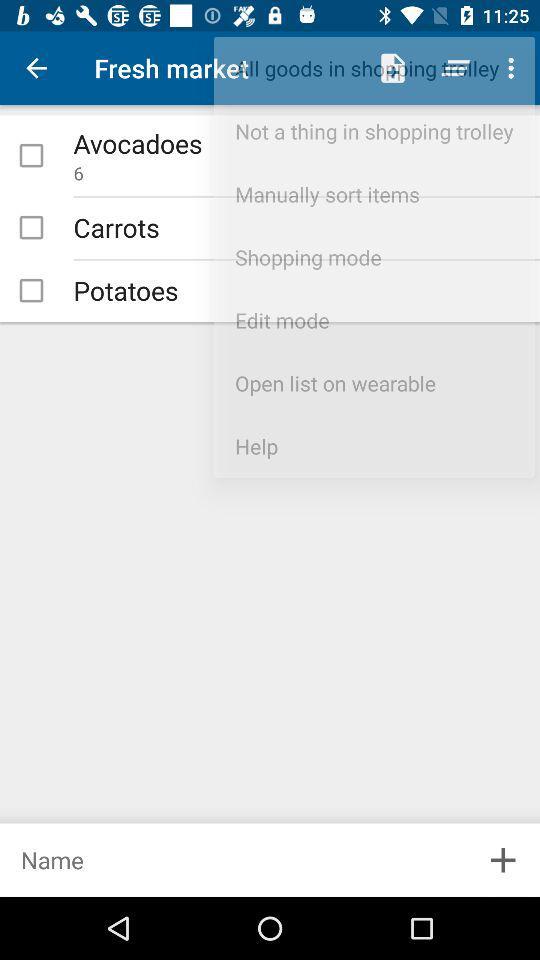 This screenshot has height=960, width=540. What do you see at coordinates (30, 154) in the screenshot?
I see `tick mark` at bounding box center [30, 154].